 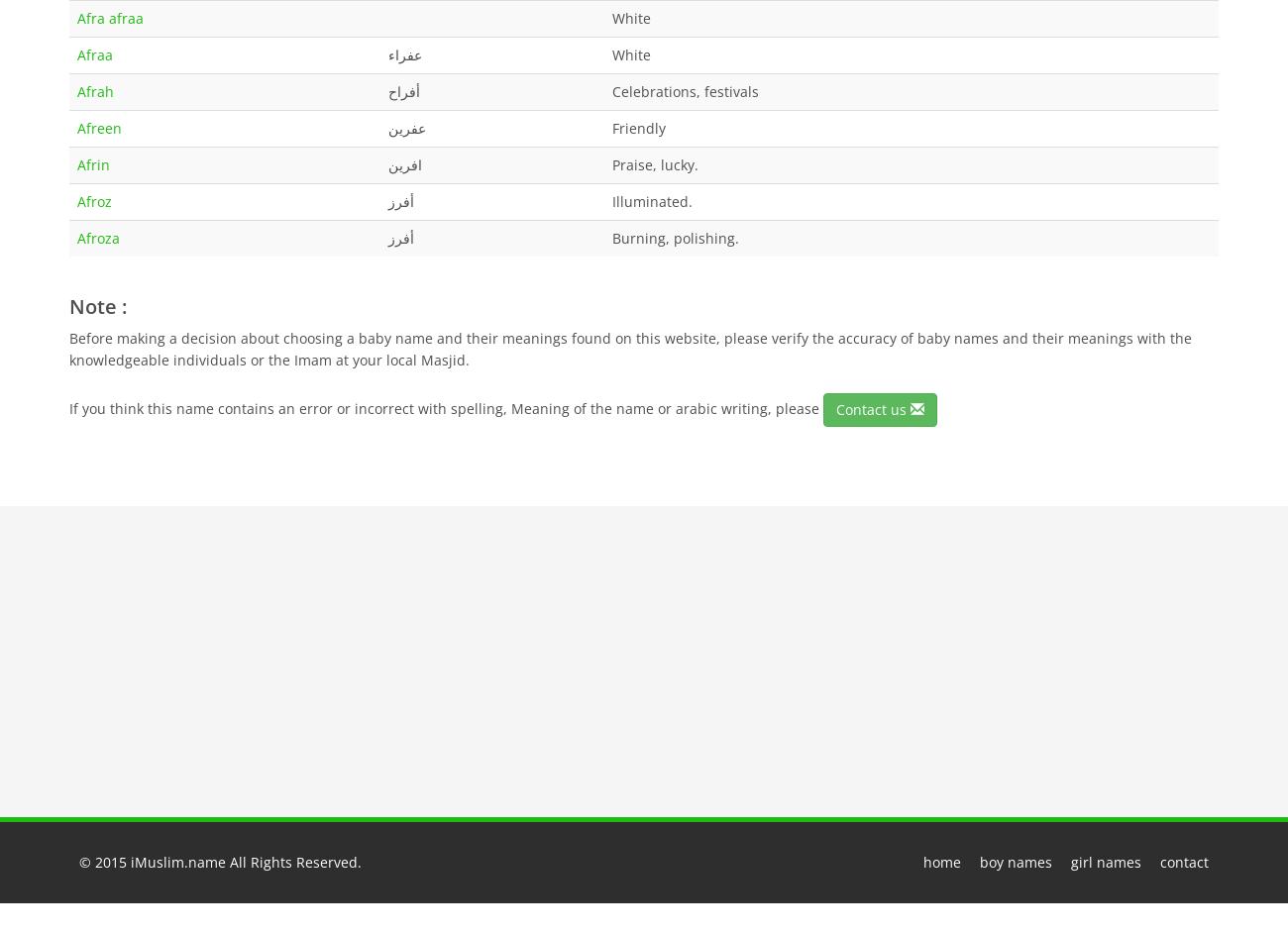 What do you see at coordinates (99, 127) in the screenshot?
I see `'Afreen'` at bounding box center [99, 127].